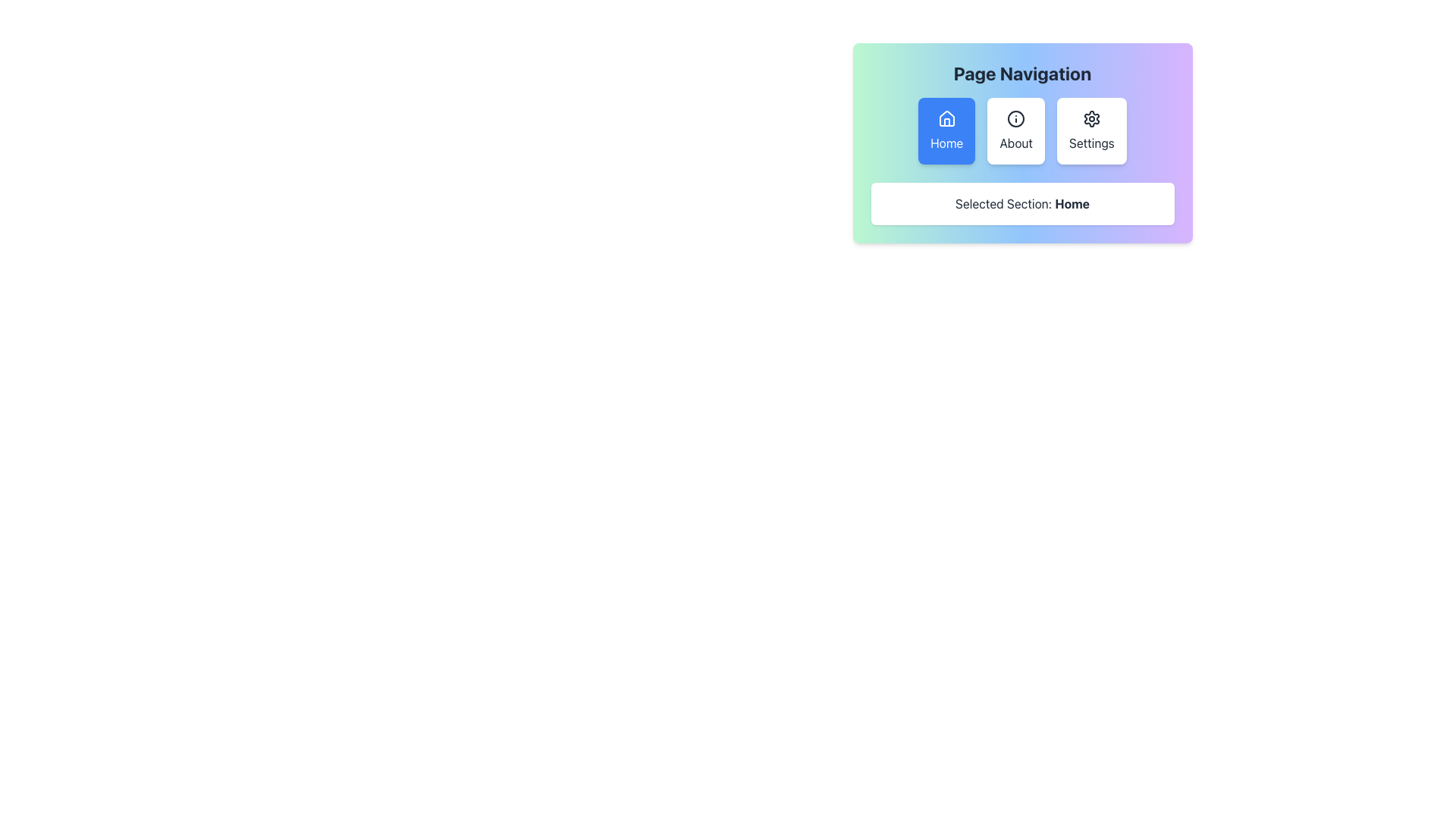 The width and height of the screenshot is (1456, 819). I want to click on the 'Home' button icon, so click(946, 118).